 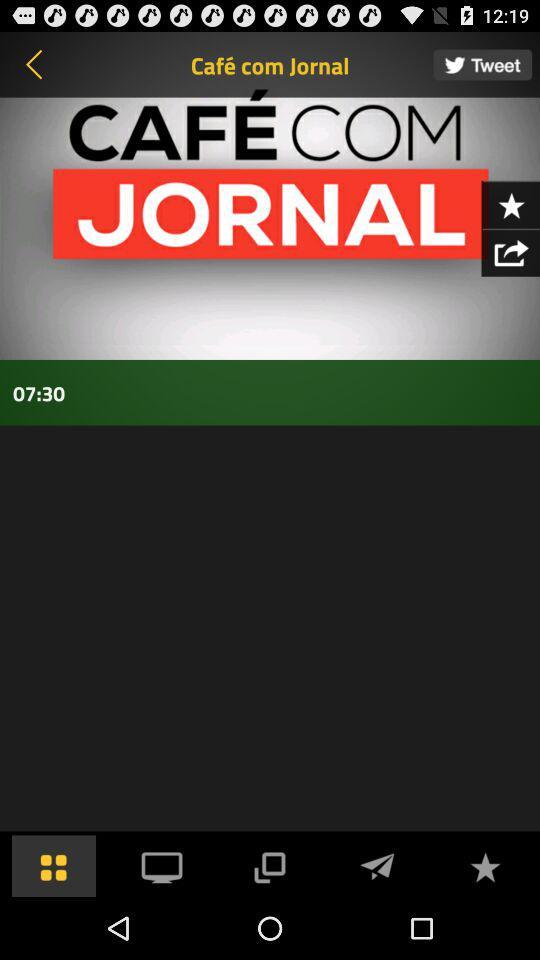 I want to click on to favorites, so click(x=484, y=864).